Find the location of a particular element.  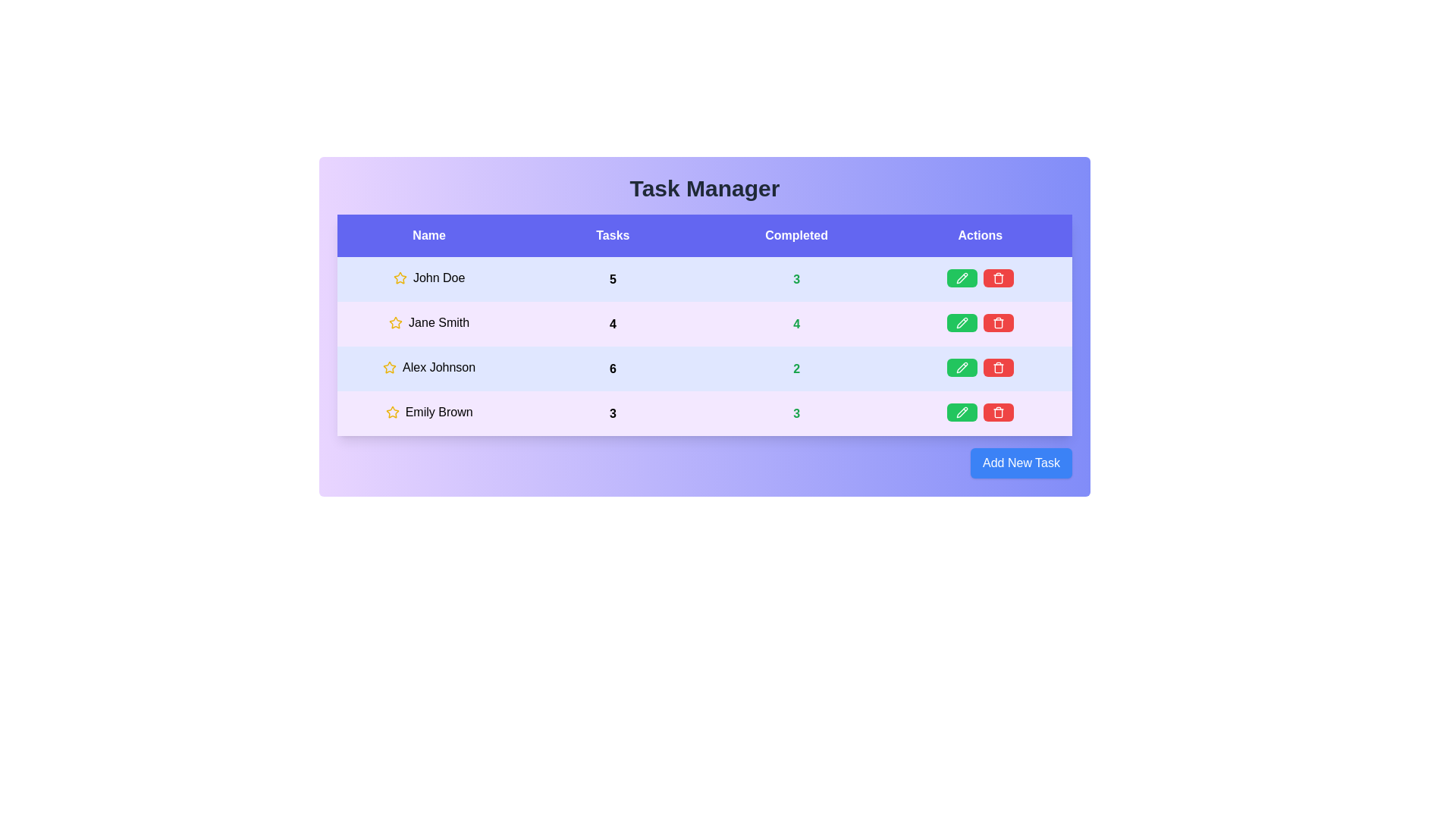

the text in the Tasks column for copying is located at coordinates (612, 236).